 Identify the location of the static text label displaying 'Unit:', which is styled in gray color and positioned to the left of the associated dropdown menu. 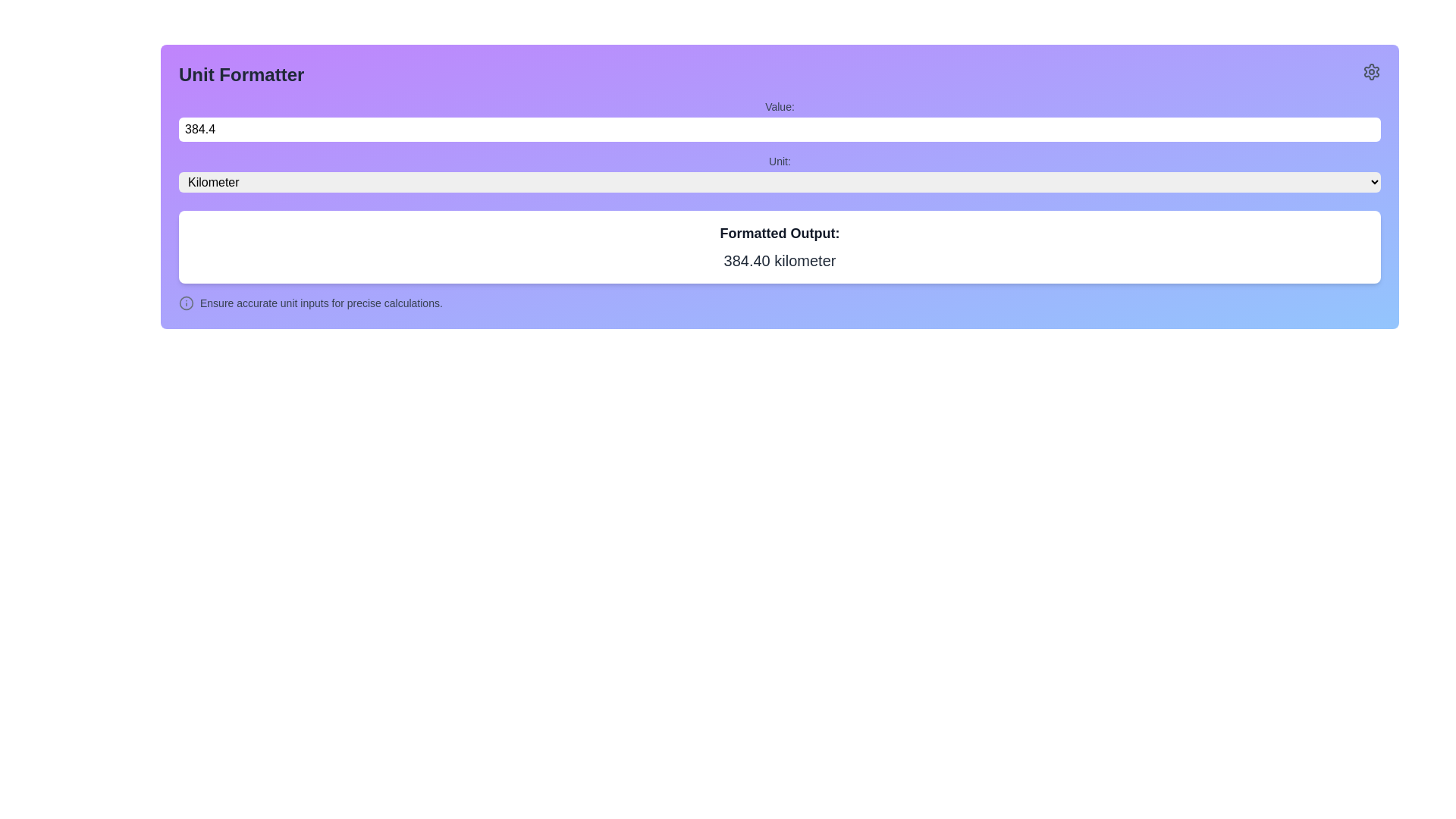
(780, 161).